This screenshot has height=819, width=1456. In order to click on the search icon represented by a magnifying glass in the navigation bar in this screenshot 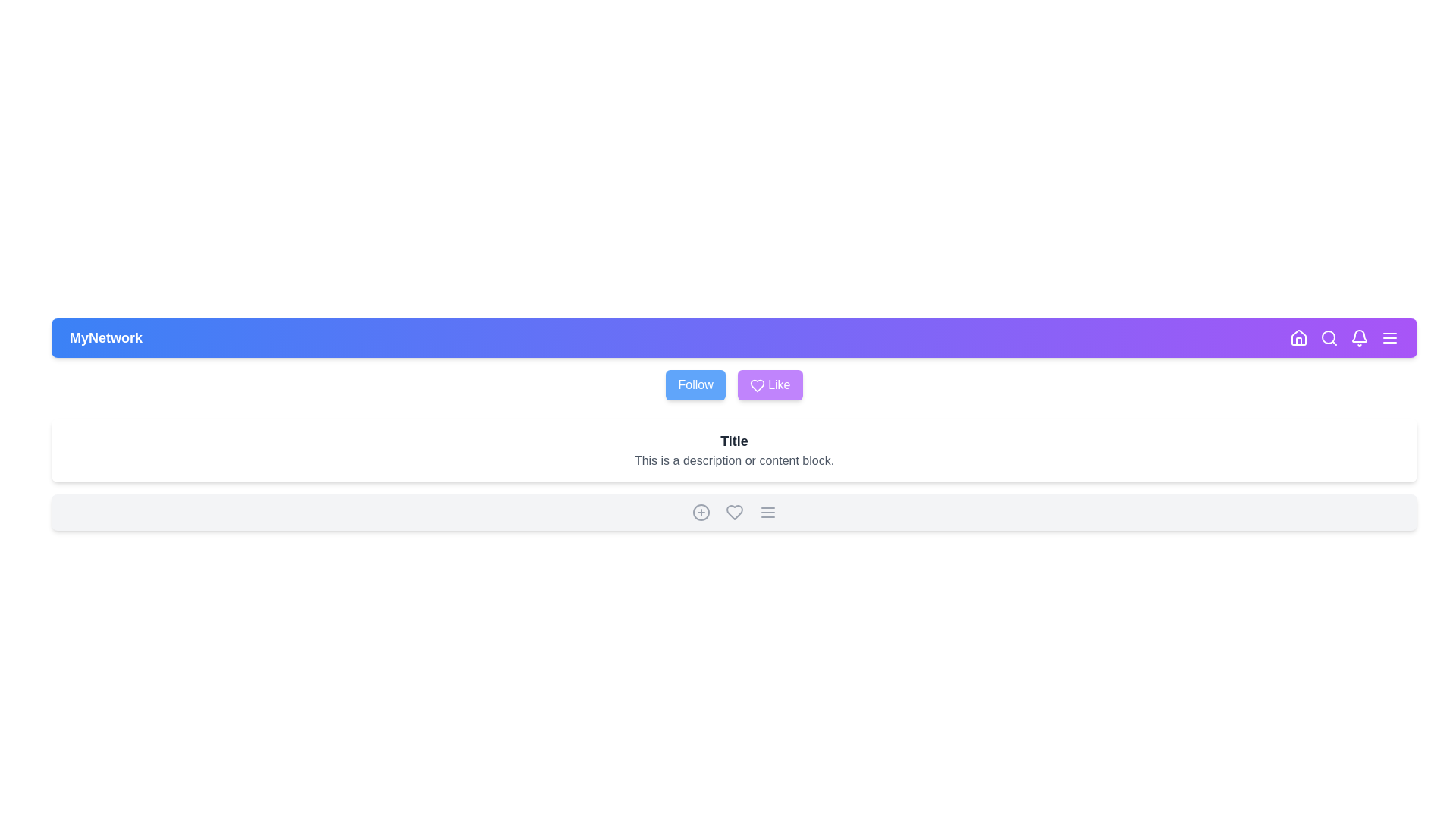, I will do `click(1328, 337)`.